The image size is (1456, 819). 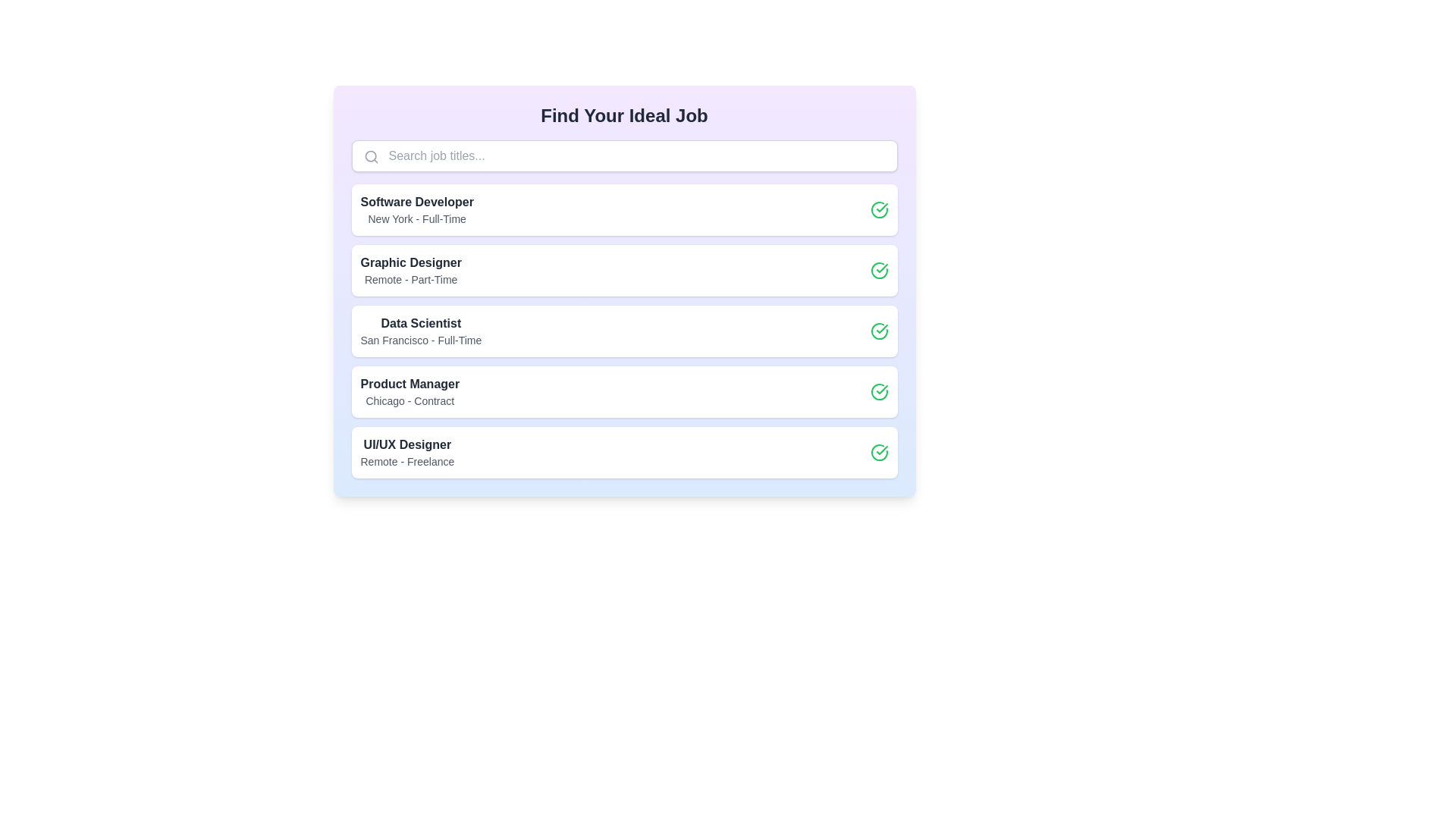 What do you see at coordinates (411, 280) in the screenshot?
I see `the text label displaying 'Remote - Part-Time', located beneath the 'Graphic Designer' text within the job listing card` at bounding box center [411, 280].